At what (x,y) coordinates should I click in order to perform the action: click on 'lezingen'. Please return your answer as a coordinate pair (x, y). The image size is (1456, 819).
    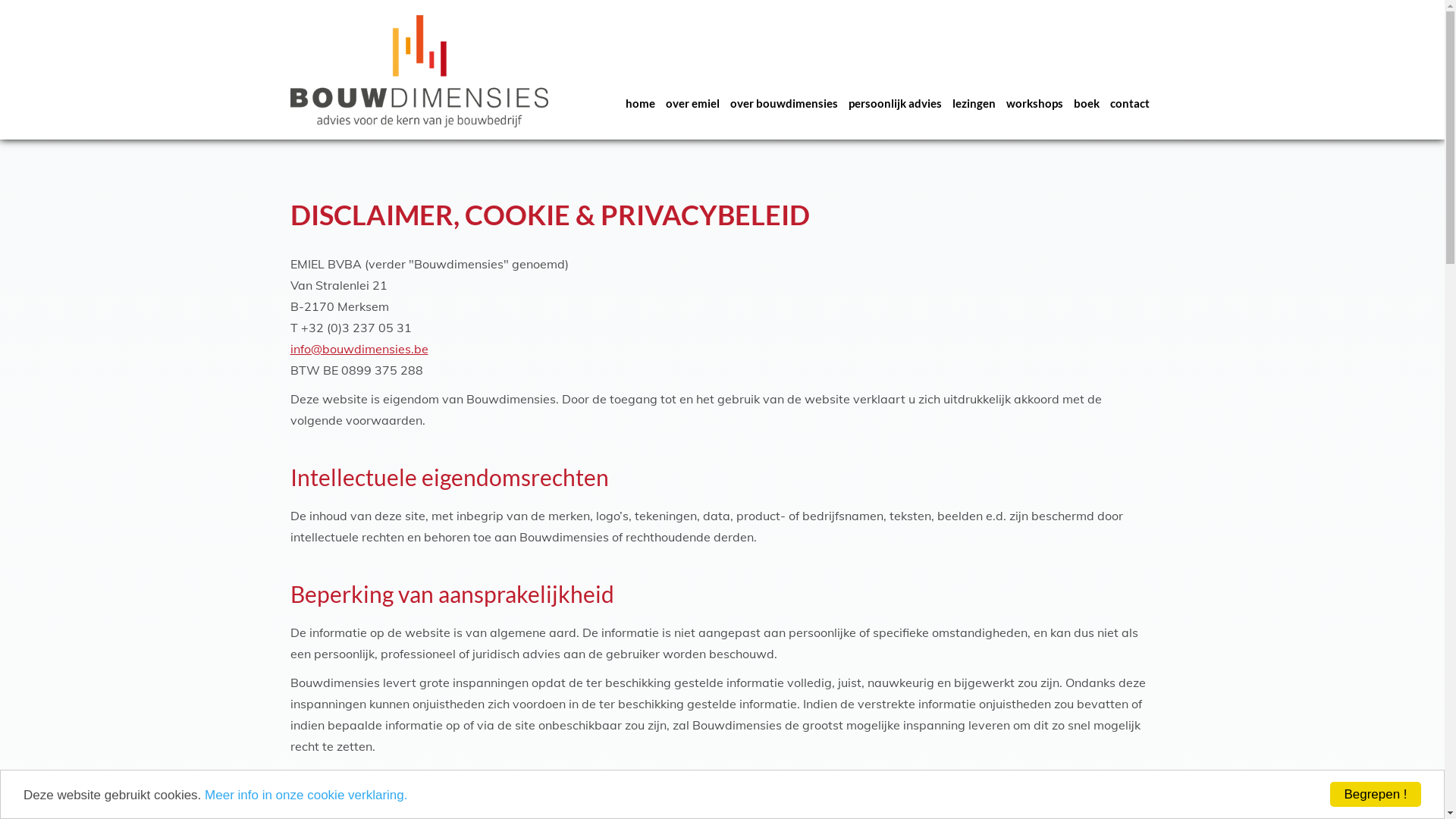
    Looking at the image, I should click on (973, 102).